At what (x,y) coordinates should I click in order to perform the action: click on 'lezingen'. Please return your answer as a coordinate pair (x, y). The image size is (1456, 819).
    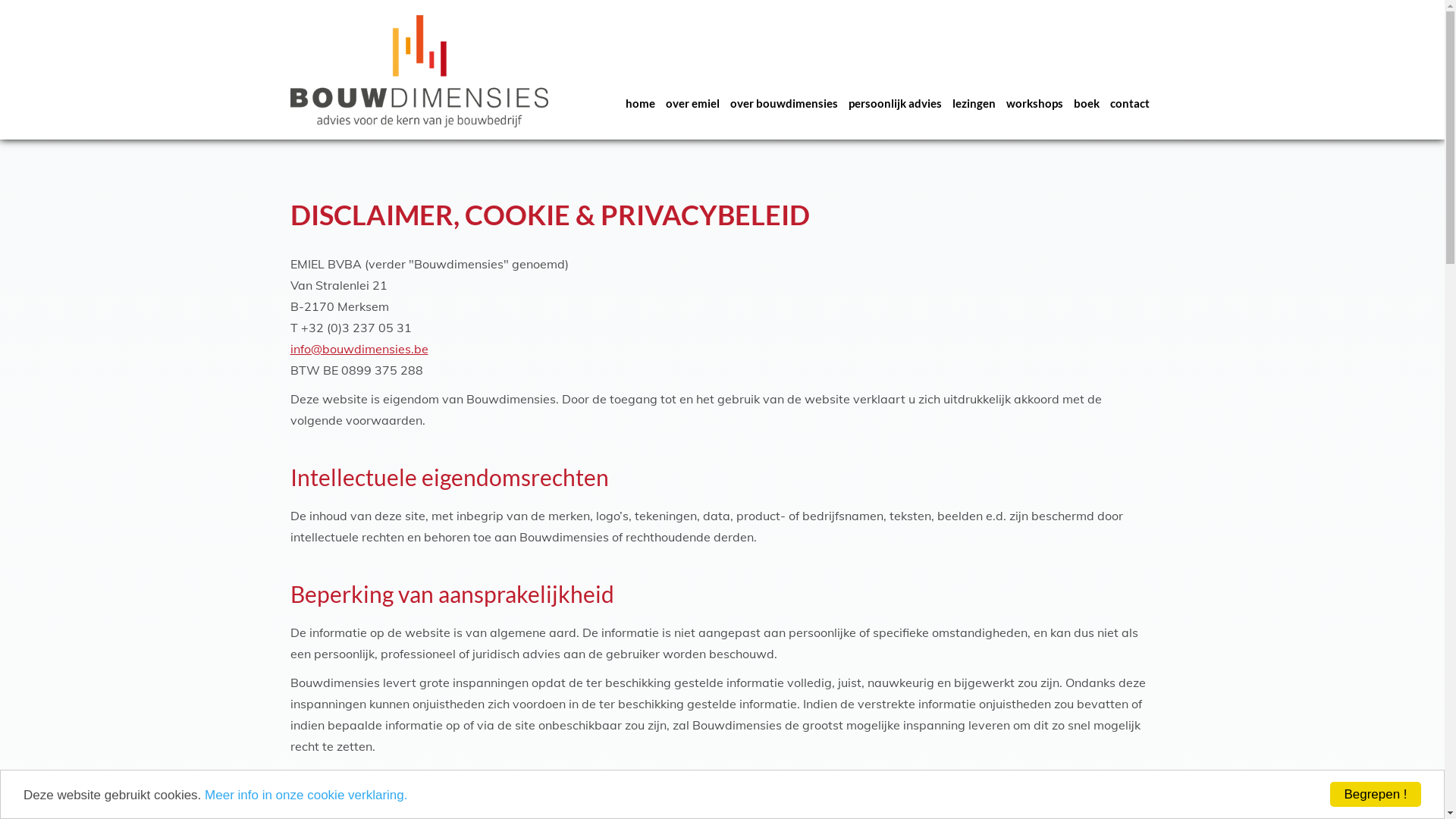
    Looking at the image, I should click on (973, 102).